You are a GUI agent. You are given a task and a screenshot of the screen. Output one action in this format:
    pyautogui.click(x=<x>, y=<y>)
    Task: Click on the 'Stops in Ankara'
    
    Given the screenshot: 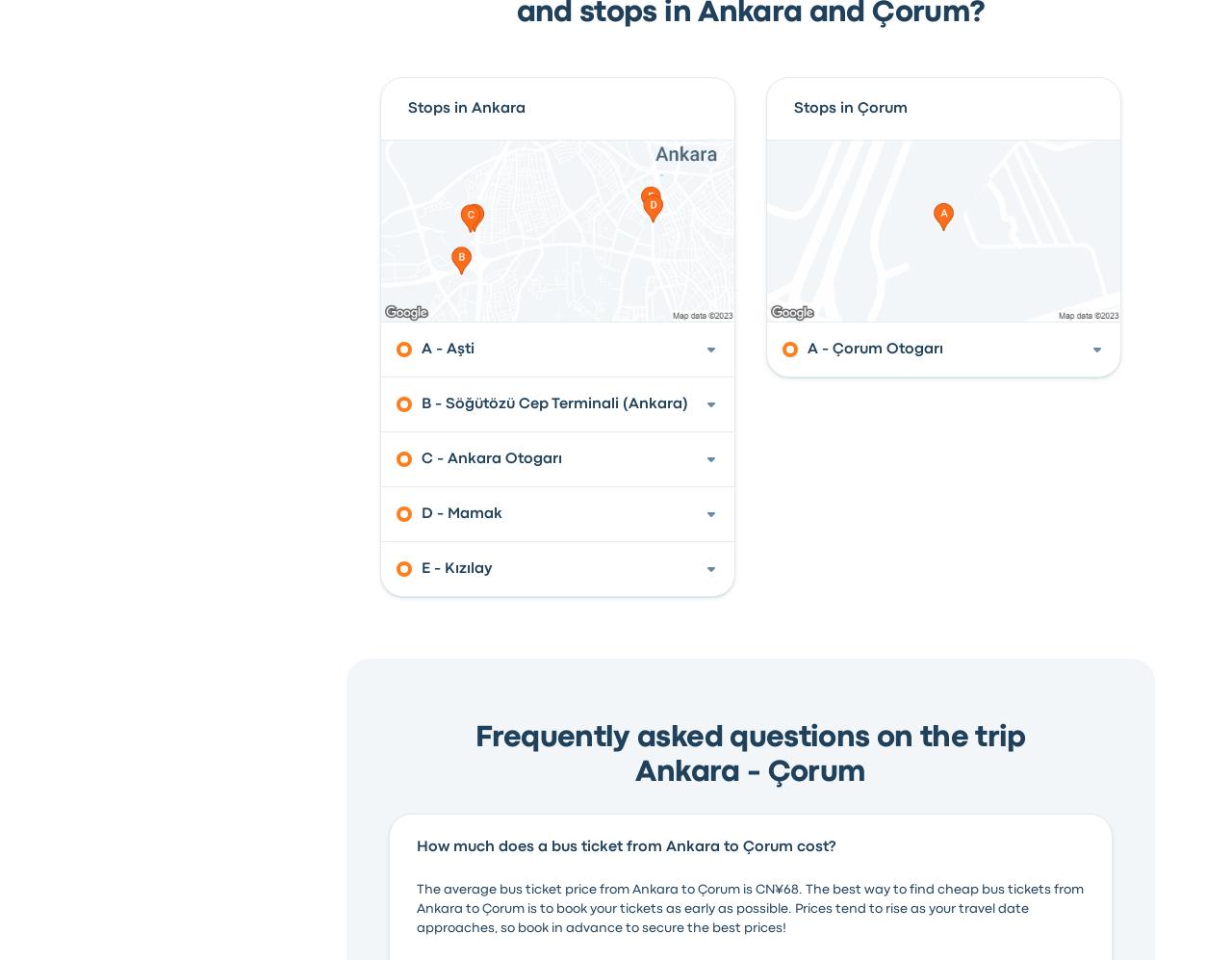 What is the action you would take?
    pyautogui.click(x=465, y=108)
    